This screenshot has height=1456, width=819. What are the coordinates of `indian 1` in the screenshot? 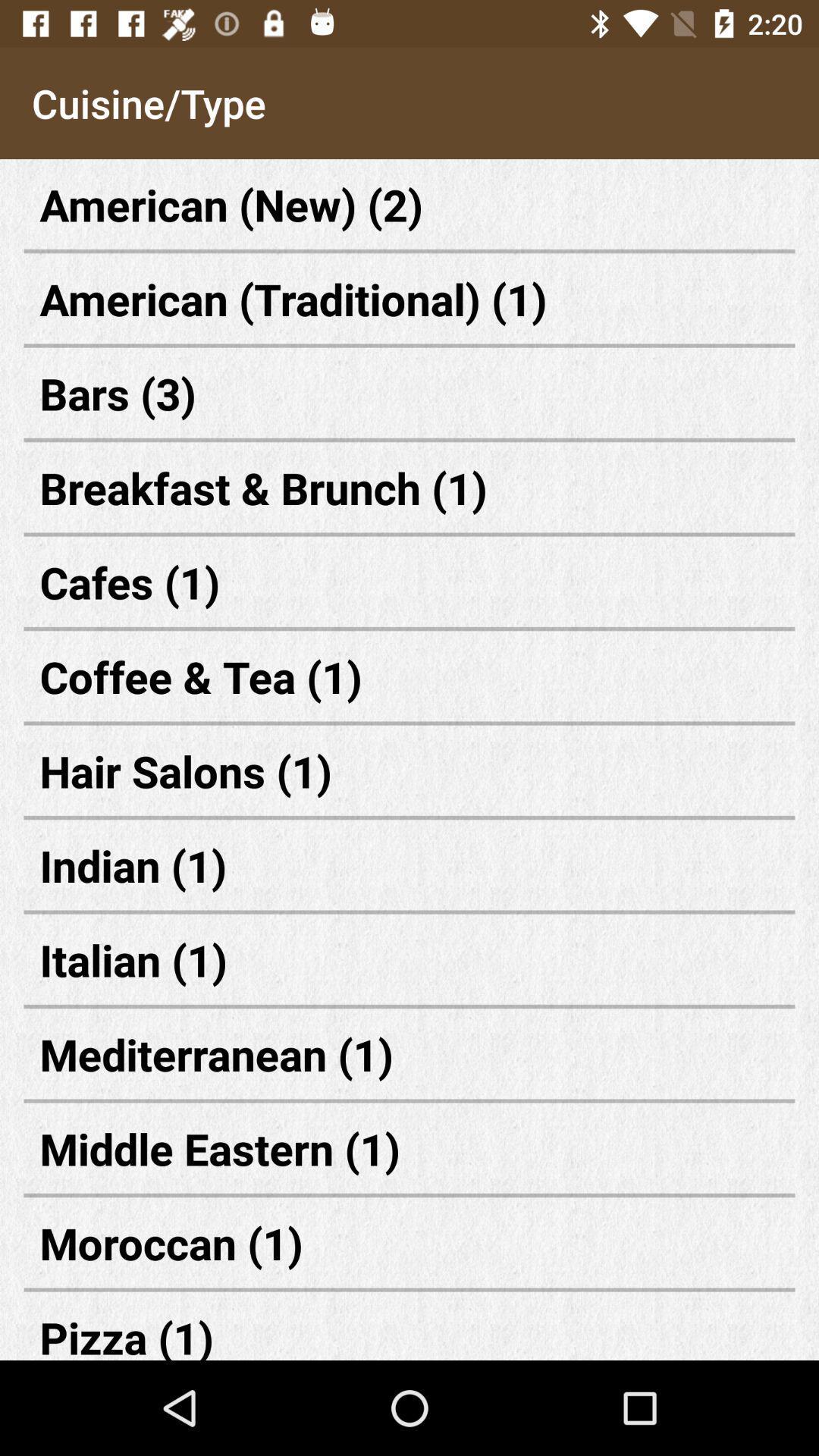 It's located at (409, 865).